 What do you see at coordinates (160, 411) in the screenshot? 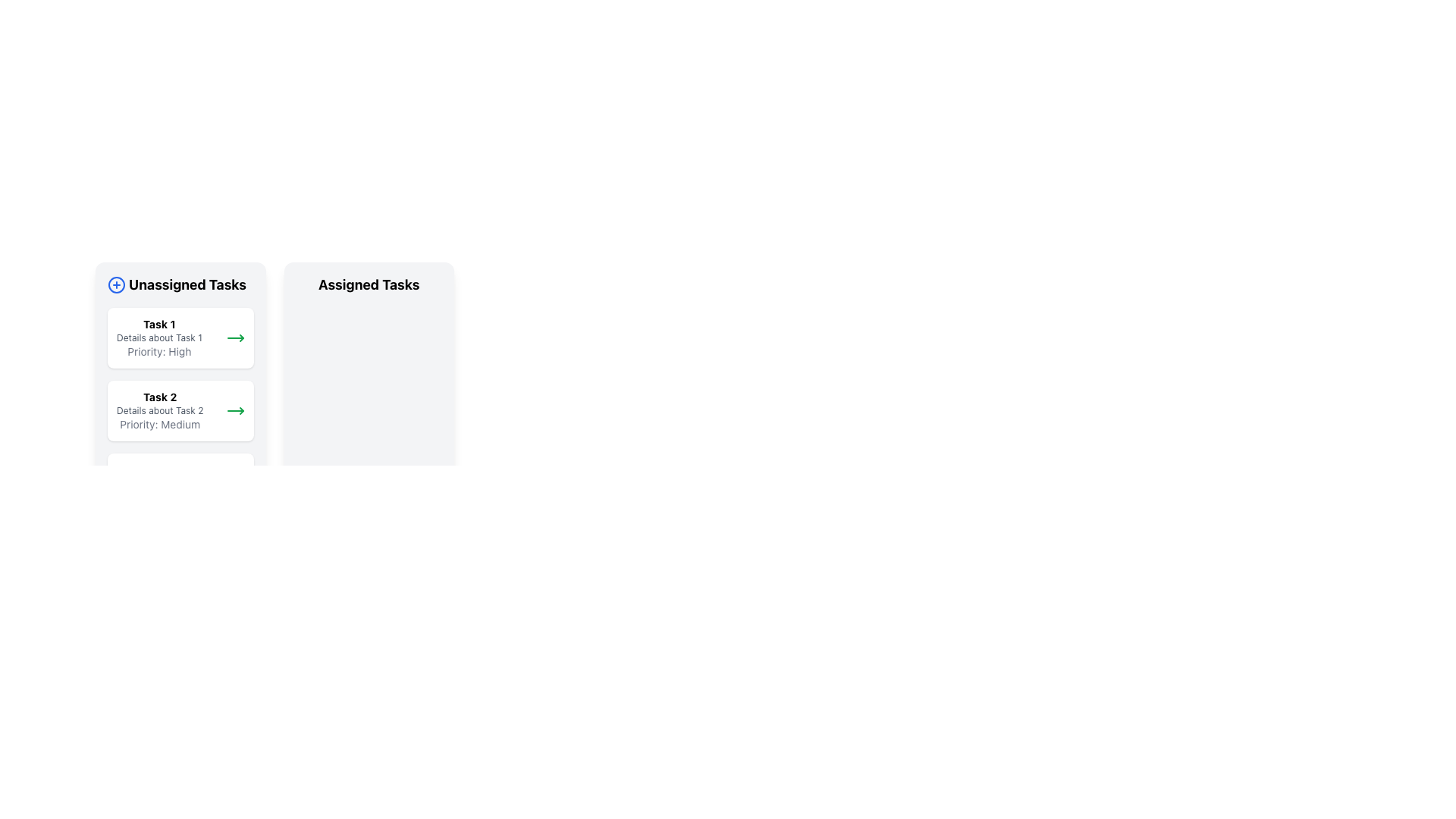
I see `descriptive text located below the title 'Task 2' and above the priority text 'Priority: Medium' in the task's card within the 'Unassigned Tasks' section` at bounding box center [160, 411].